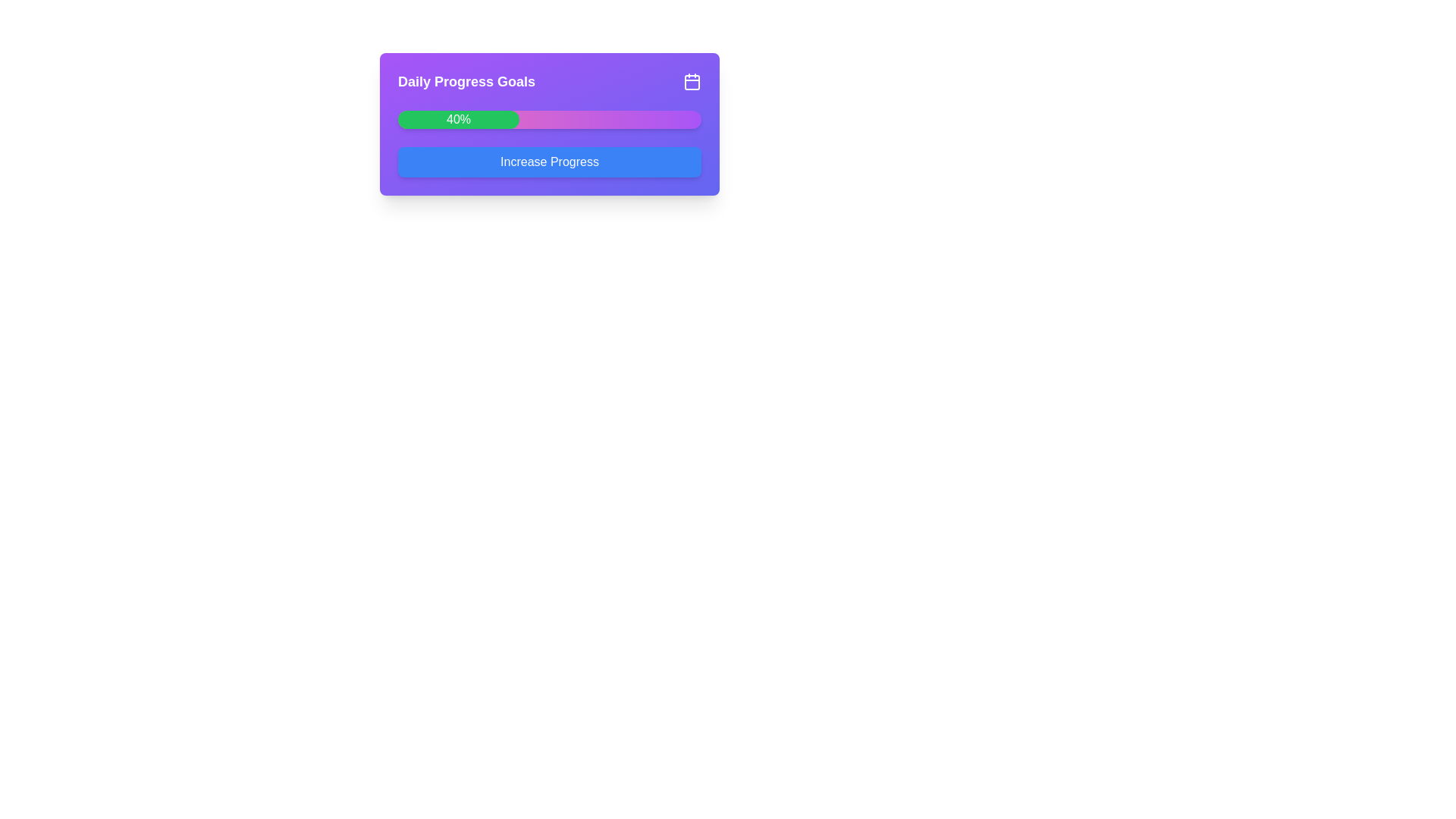 This screenshot has width=1456, height=819. Describe the element at coordinates (457, 119) in the screenshot. I see `the filled portion of the progress bar located on the left side of the larger progress bar UI component, which has a gradient purple-pink background` at that location.